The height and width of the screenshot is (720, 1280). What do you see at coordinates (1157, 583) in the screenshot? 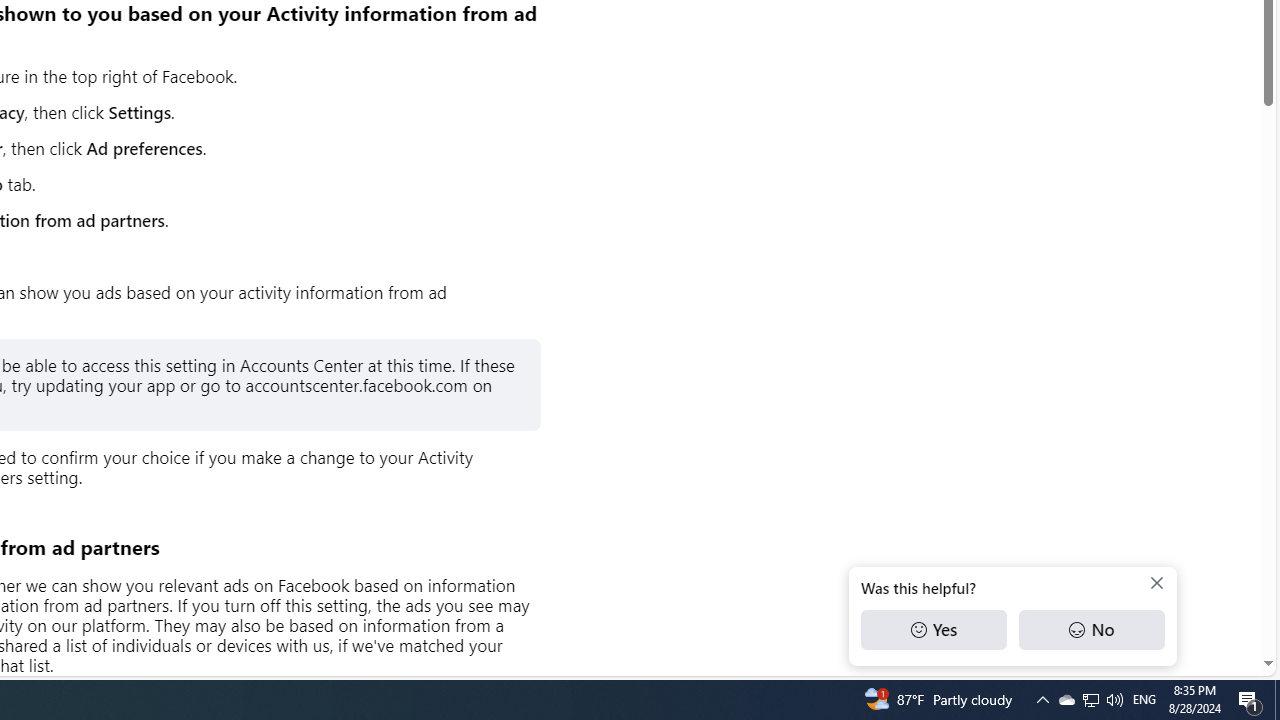
I see `'Dismiss'` at bounding box center [1157, 583].